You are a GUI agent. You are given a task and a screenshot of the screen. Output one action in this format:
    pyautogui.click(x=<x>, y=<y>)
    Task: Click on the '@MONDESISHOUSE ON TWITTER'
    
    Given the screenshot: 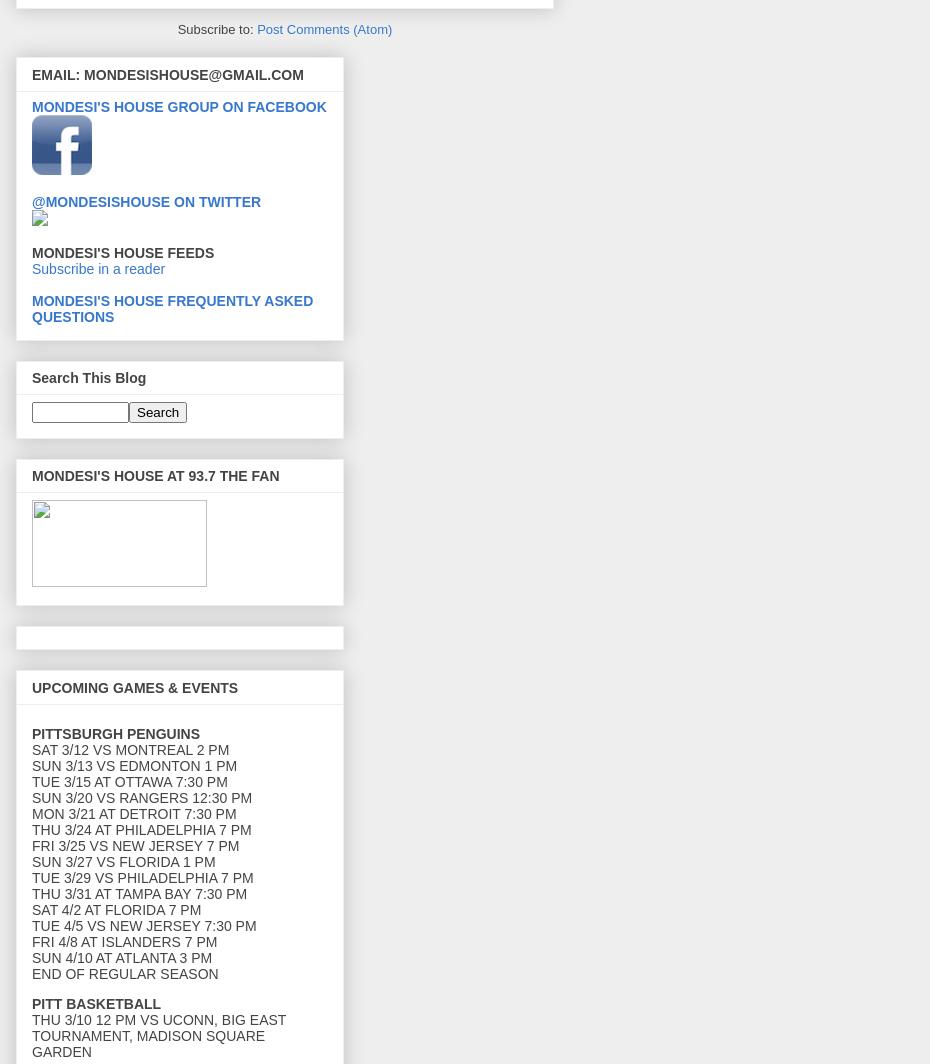 What is the action you would take?
    pyautogui.click(x=146, y=200)
    